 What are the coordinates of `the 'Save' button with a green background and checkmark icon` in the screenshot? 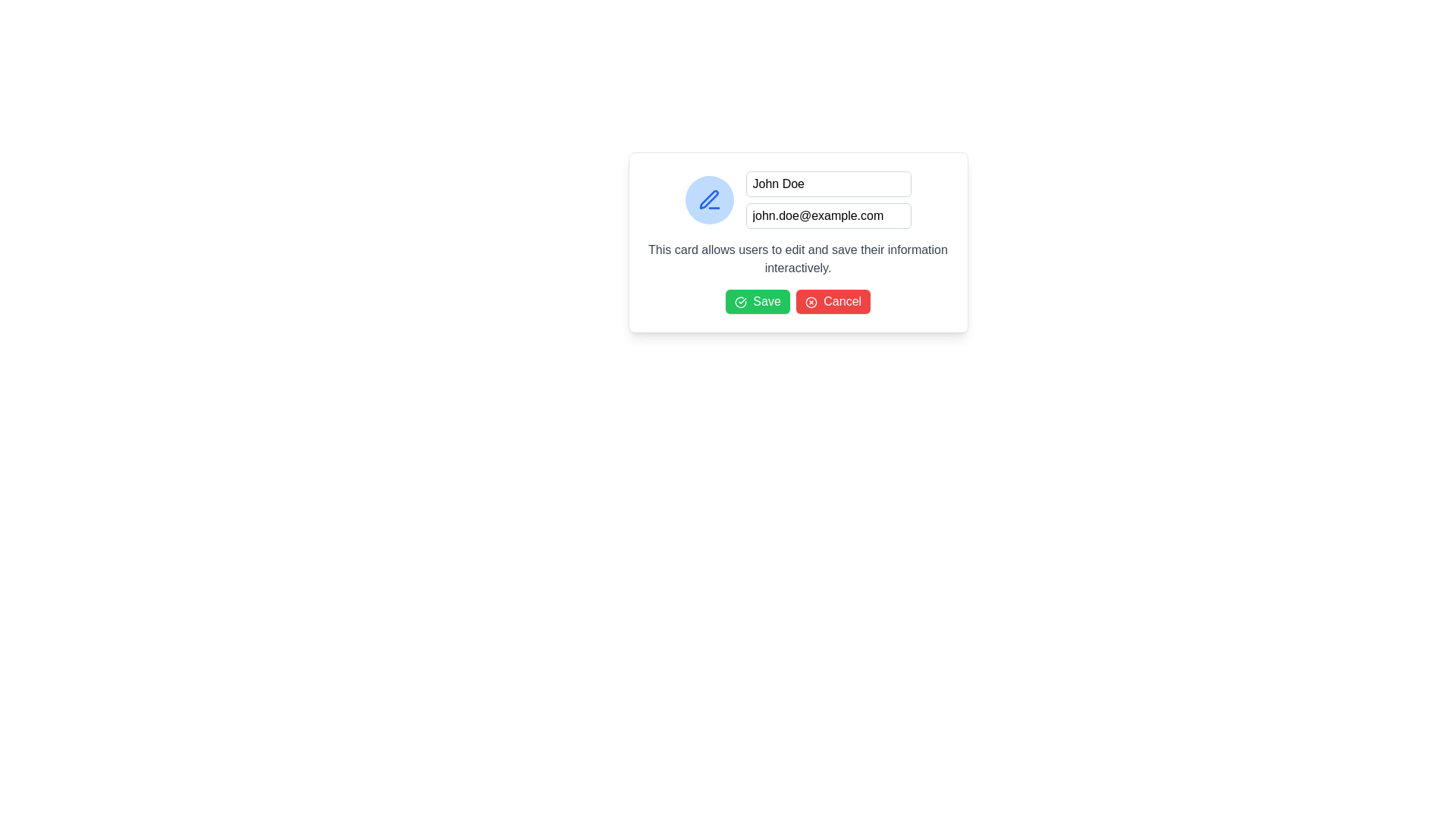 It's located at (758, 301).